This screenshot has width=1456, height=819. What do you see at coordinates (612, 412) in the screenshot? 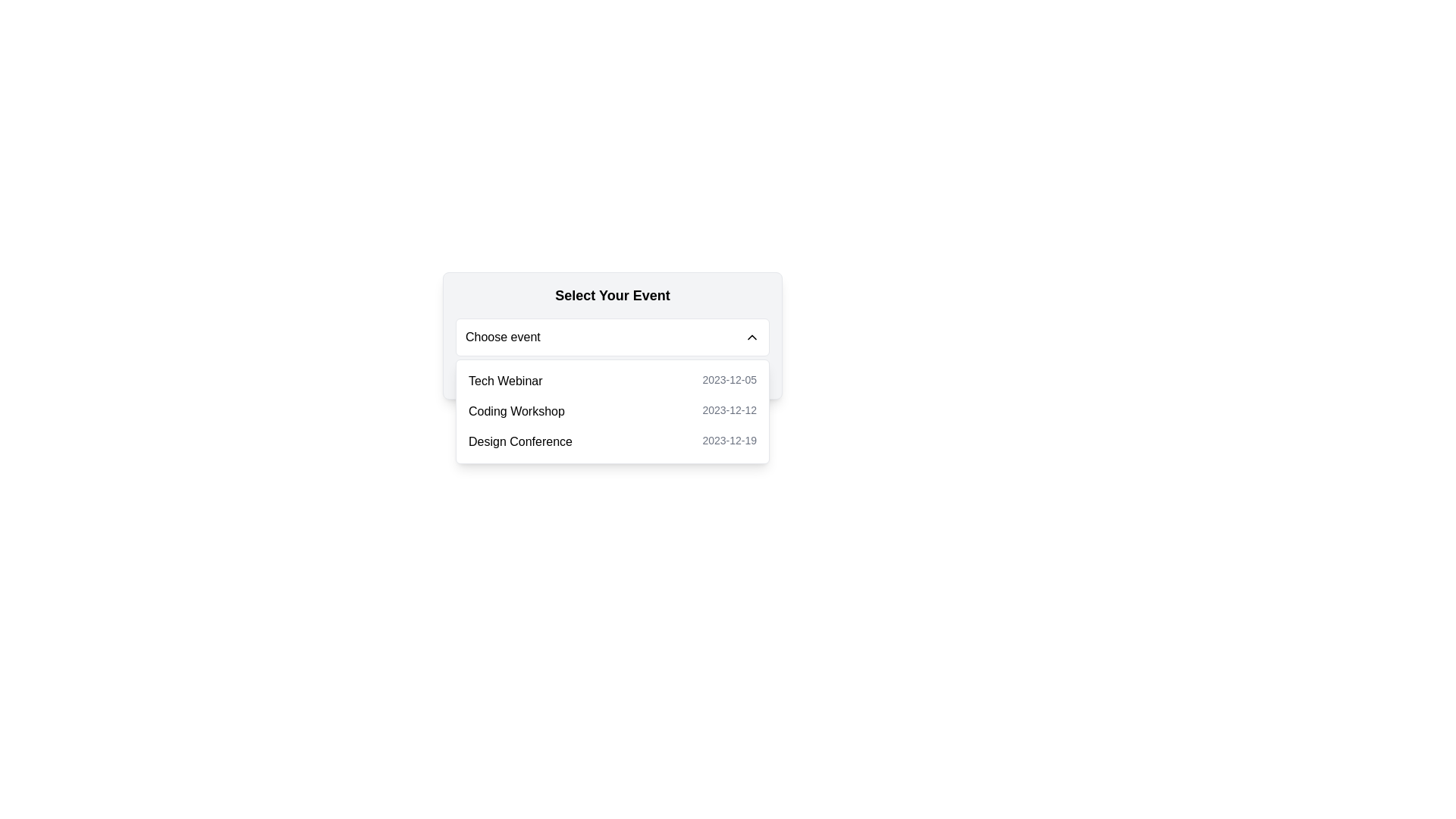
I see `the 'Coding Workshop' dropdown option` at bounding box center [612, 412].